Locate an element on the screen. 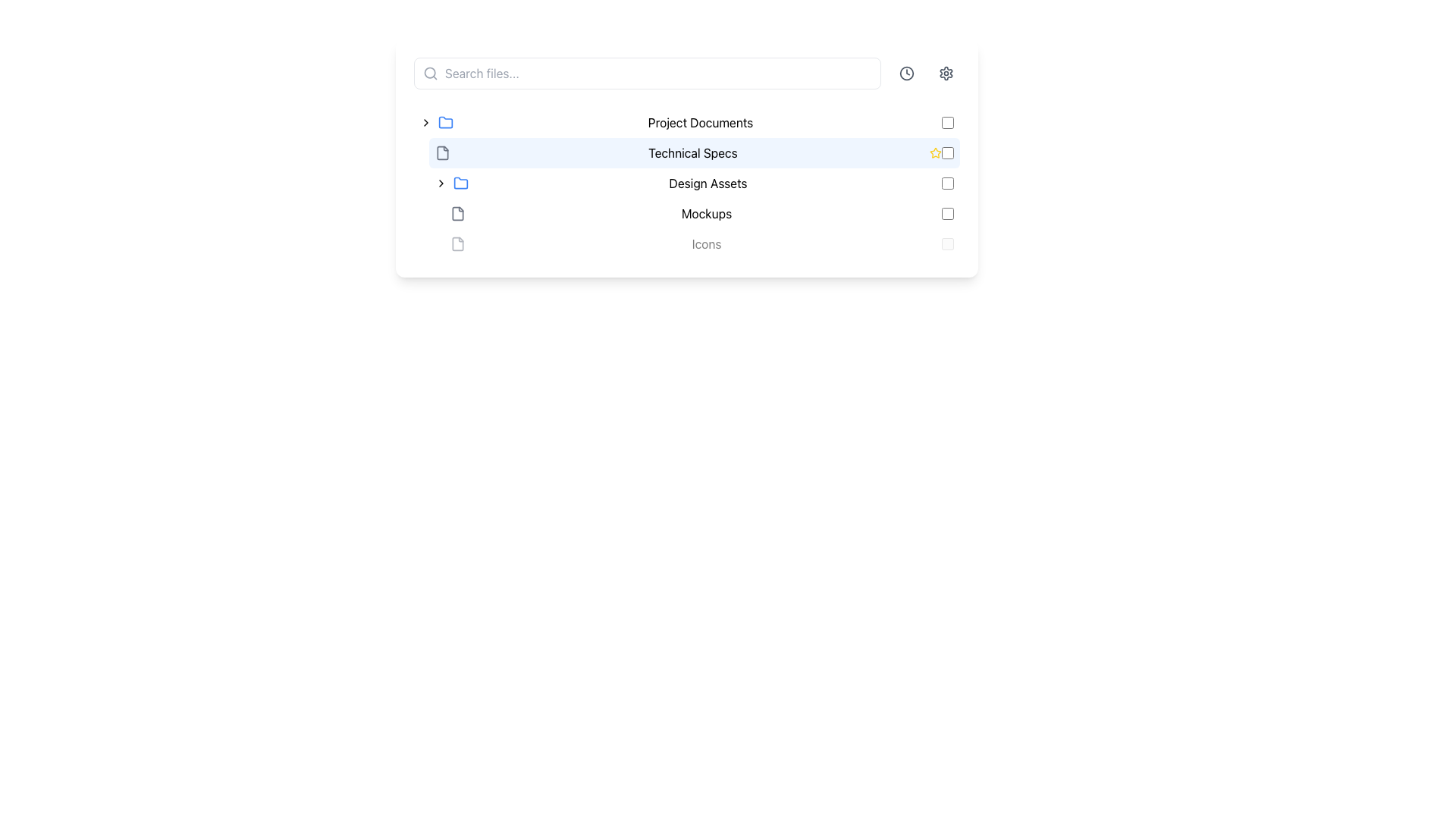 The height and width of the screenshot is (819, 1456). on the 'Mockups' text label, which is the third item in the list of folder and file entries is located at coordinates (705, 213).